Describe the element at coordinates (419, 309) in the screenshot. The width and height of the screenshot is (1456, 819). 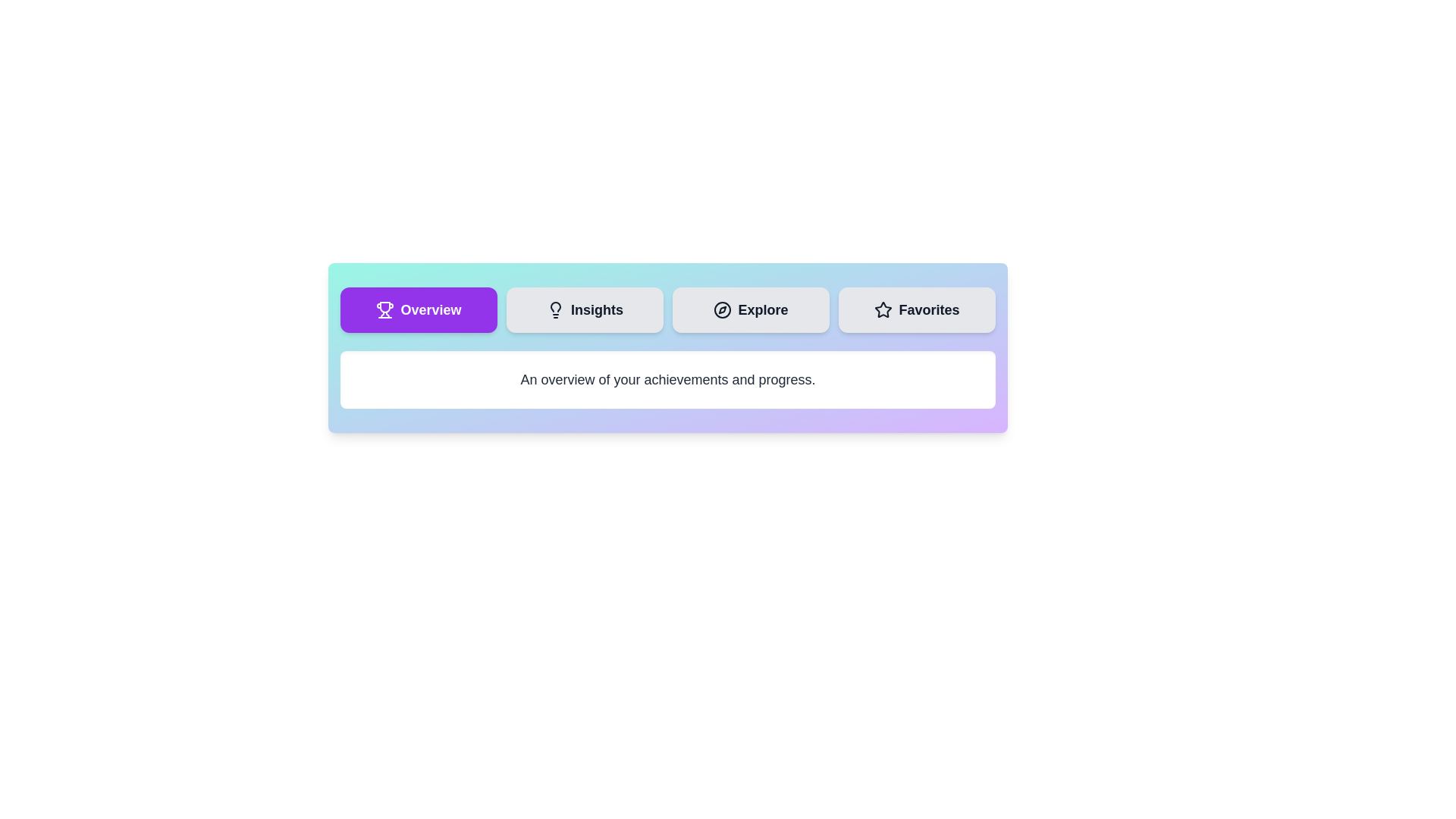
I see `the tab labeled Overview to observe its hover effect` at that location.